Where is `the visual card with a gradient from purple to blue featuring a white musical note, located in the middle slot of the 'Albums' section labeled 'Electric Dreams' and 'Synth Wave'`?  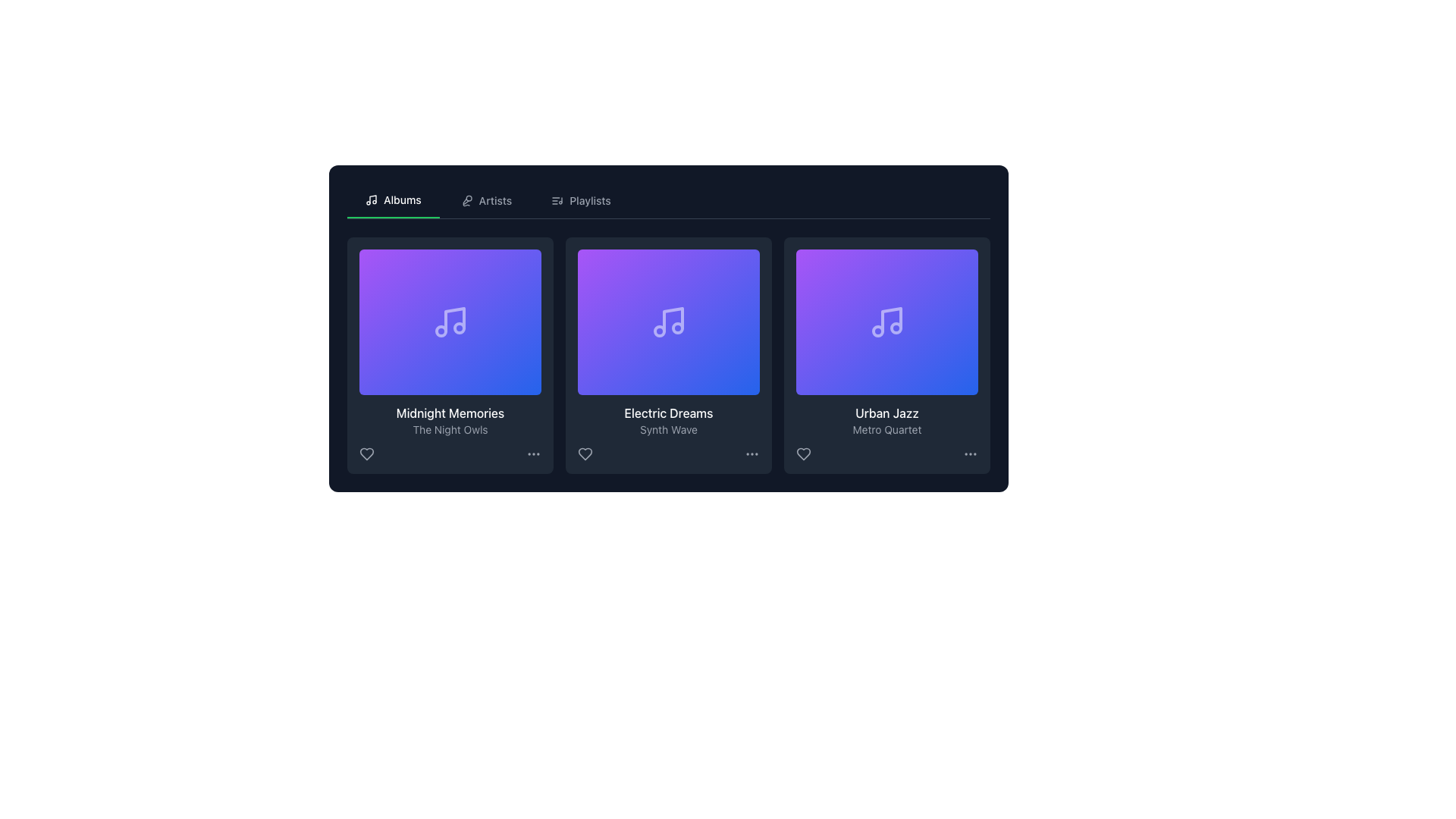
the visual card with a gradient from purple to blue featuring a white musical note, located in the middle slot of the 'Albums' section labeled 'Electric Dreams' and 'Synth Wave' is located at coordinates (668, 321).